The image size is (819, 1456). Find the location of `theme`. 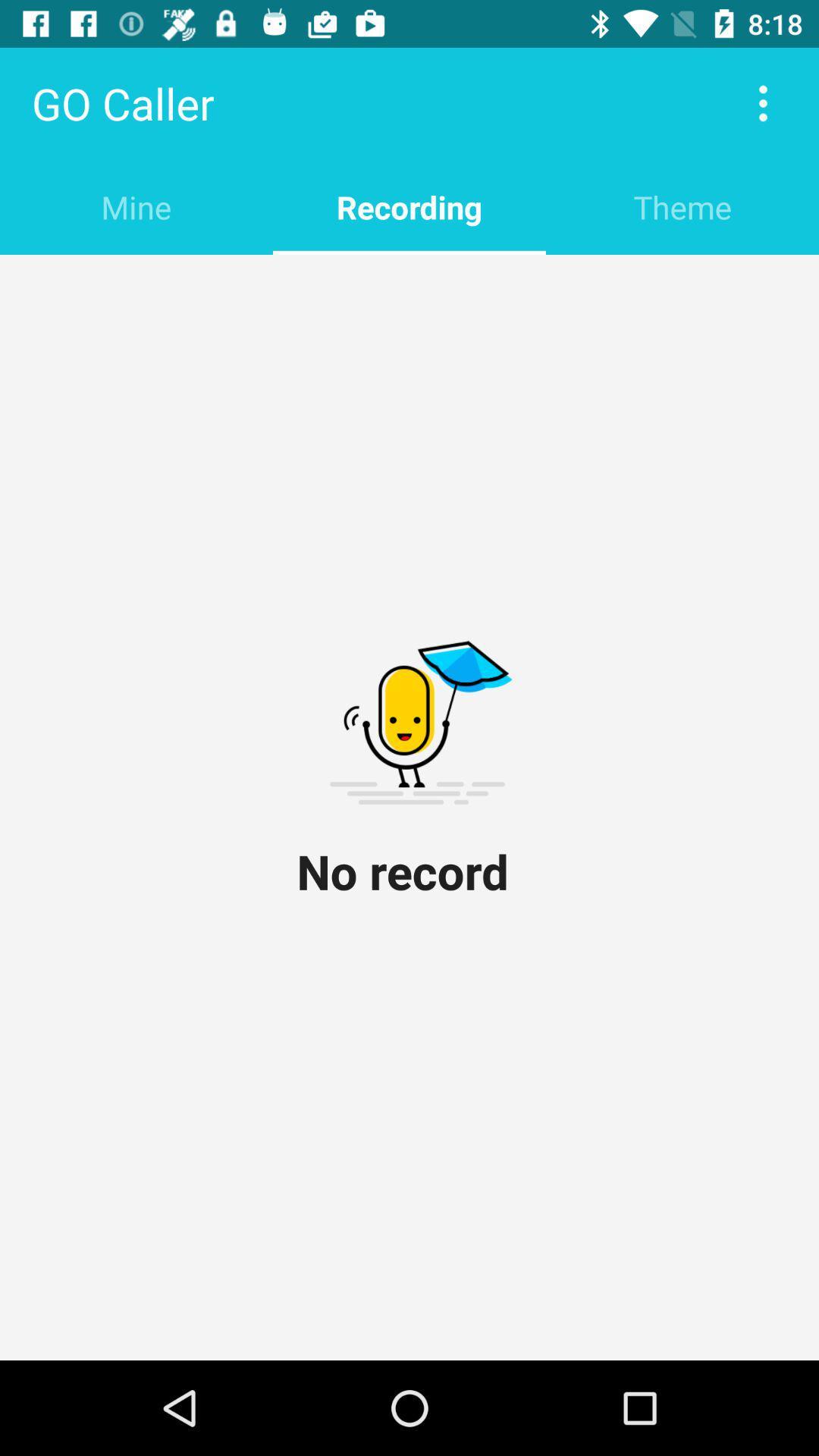

theme is located at coordinates (681, 206).